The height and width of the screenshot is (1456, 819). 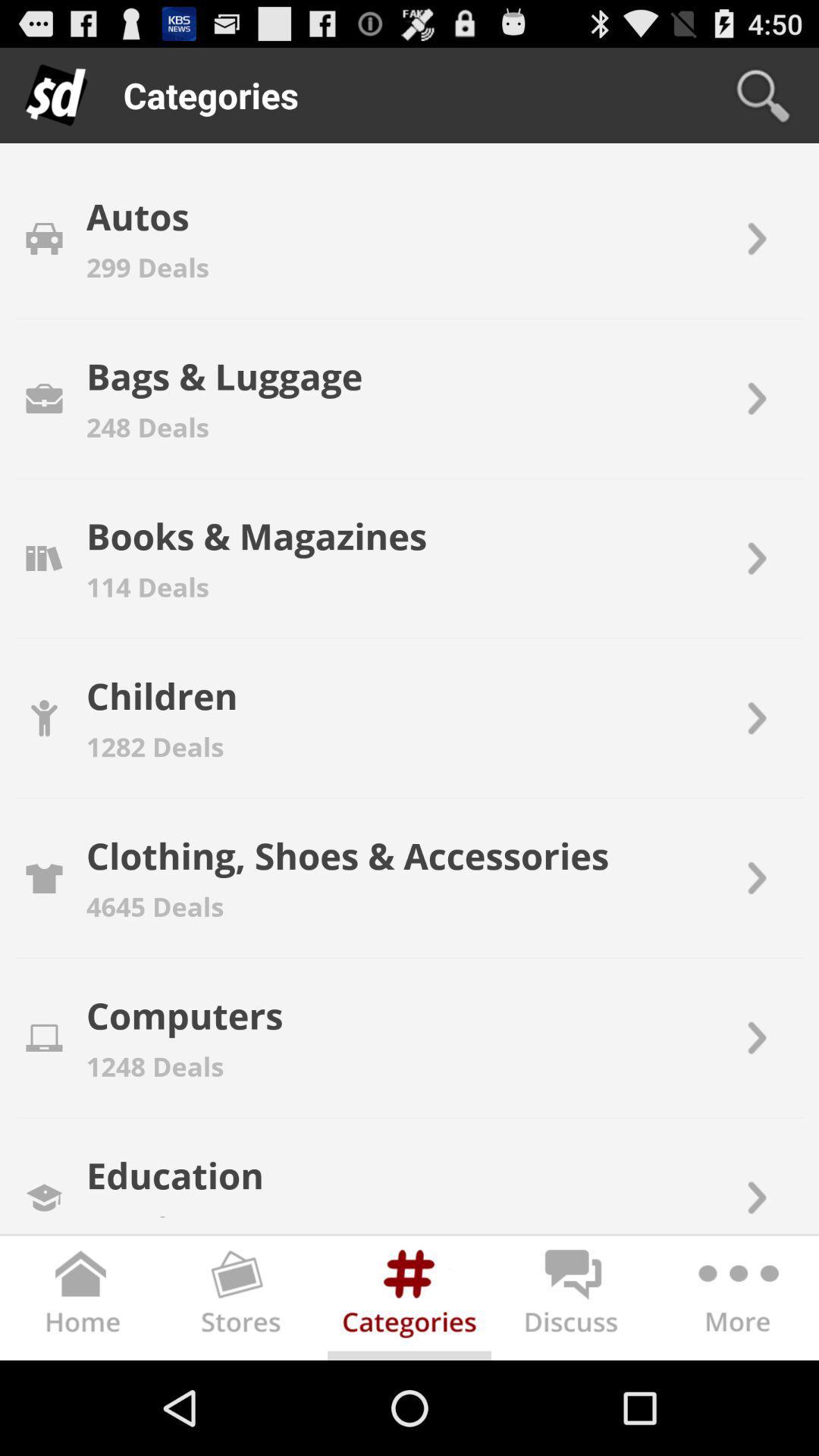 What do you see at coordinates (155, 906) in the screenshot?
I see `item above computers app` at bounding box center [155, 906].